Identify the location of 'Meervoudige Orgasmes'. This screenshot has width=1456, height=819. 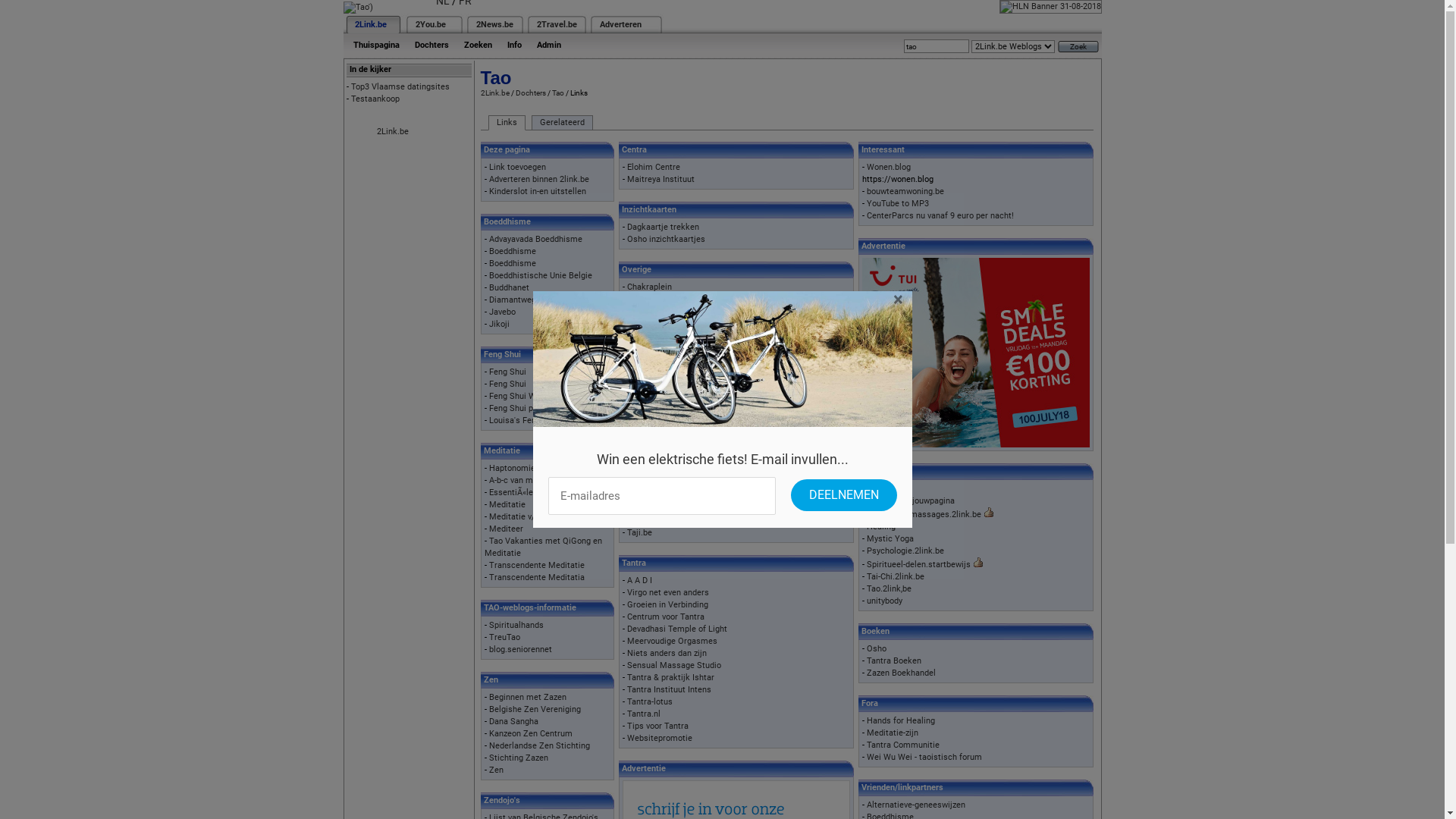
(670, 641).